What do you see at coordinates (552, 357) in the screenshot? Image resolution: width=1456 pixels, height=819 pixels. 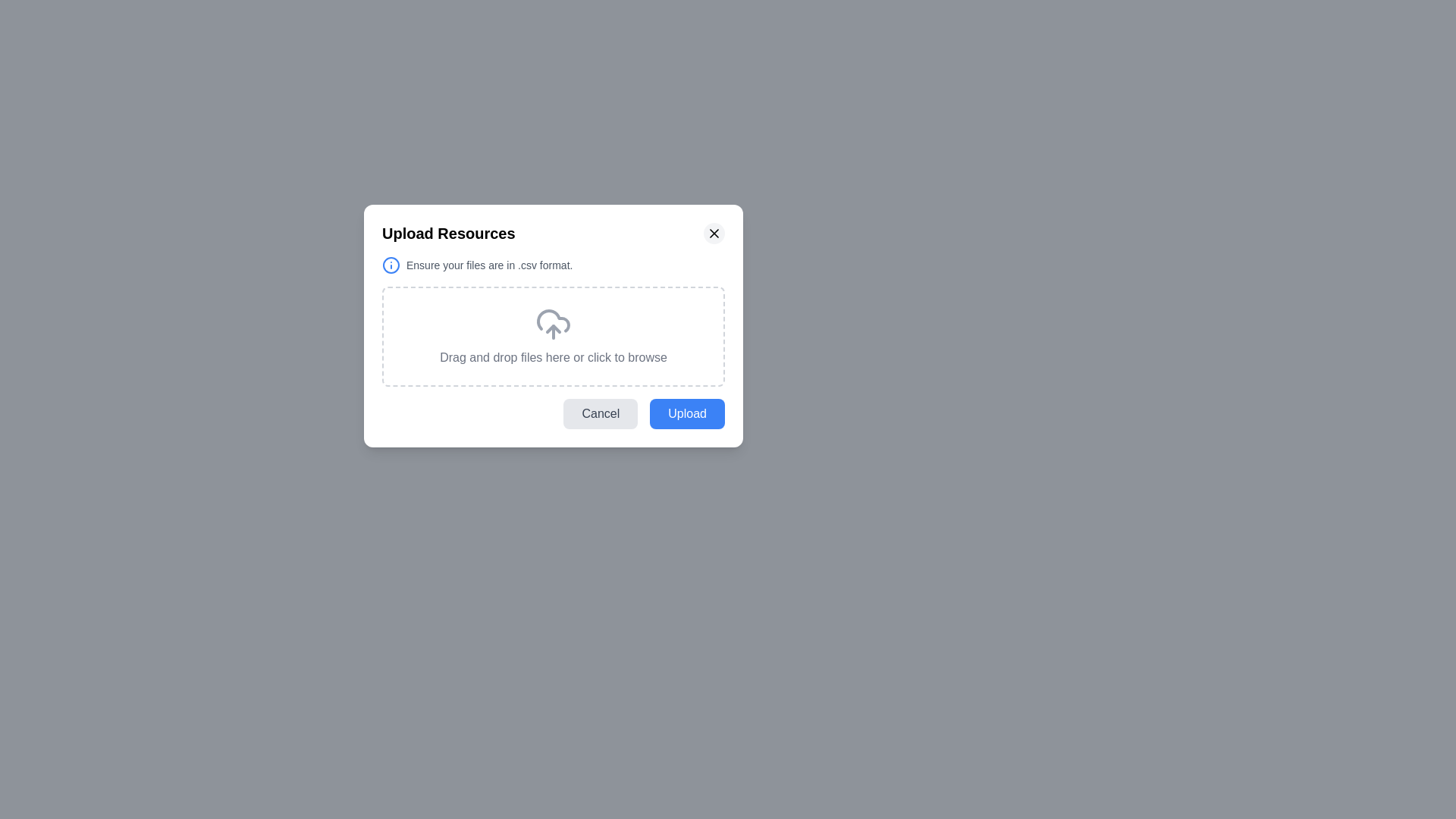 I see `the static text label that instructs users to drag-and-drop files or click to browse for file uploads, located below the file upload icon` at bounding box center [552, 357].